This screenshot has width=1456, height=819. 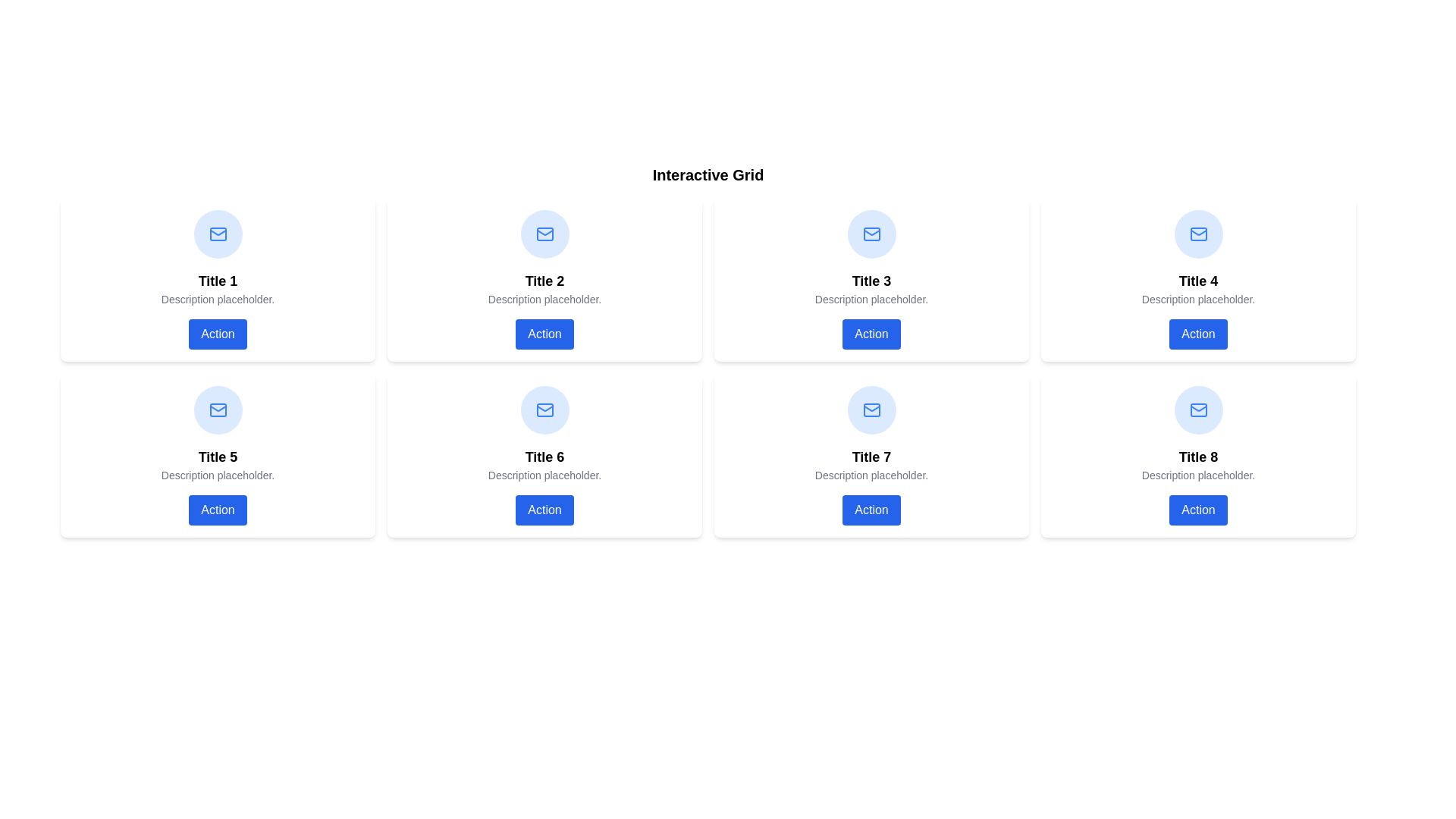 What do you see at coordinates (871, 409) in the screenshot?
I see `the Decorative Icon, which is a circular icon with a blue background and a white envelope illustration, located in the second row, third column of the grid` at bounding box center [871, 409].